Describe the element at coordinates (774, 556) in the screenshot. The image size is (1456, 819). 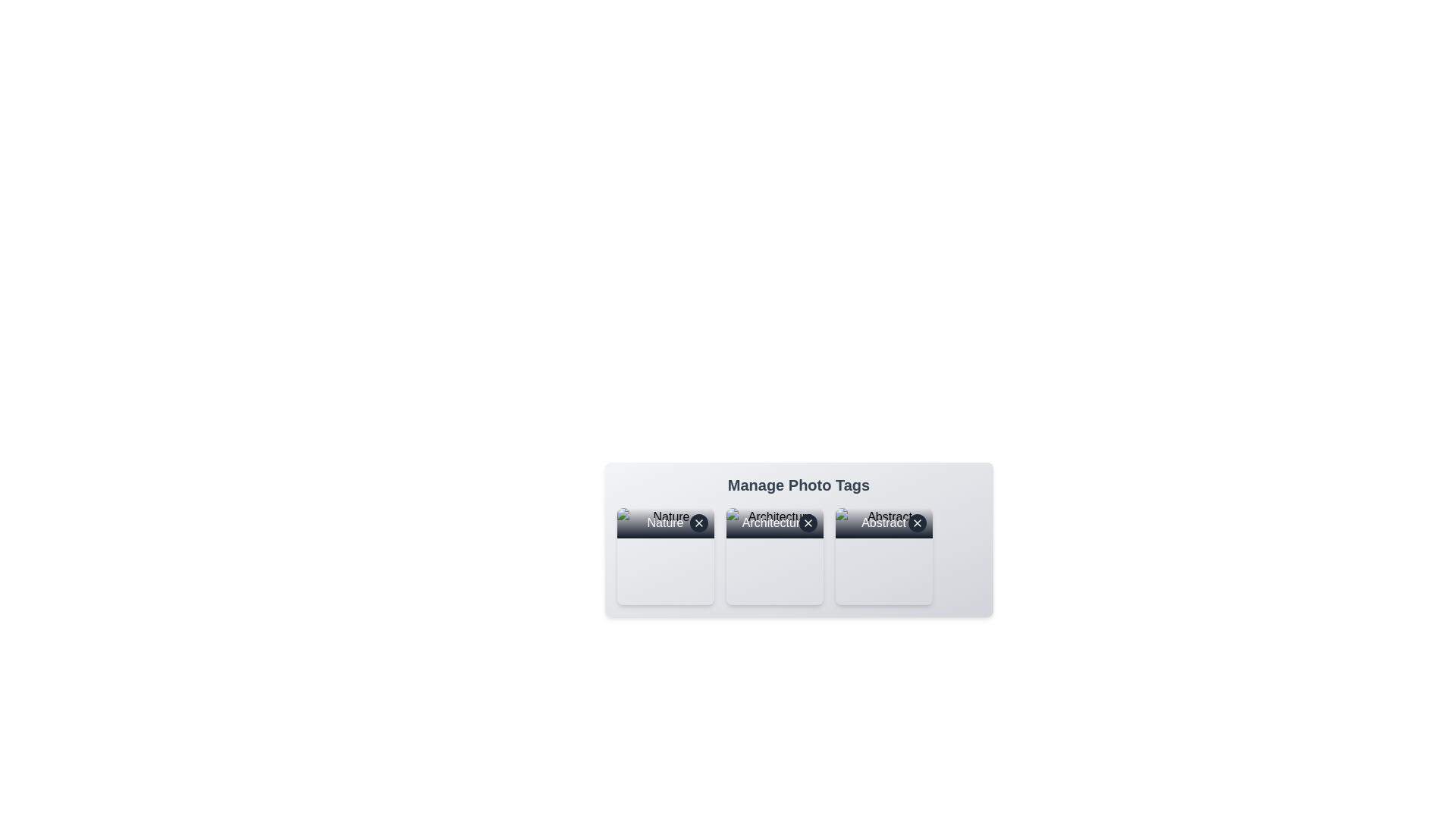
I see `the tag Architecture to view its associated images` at that location.